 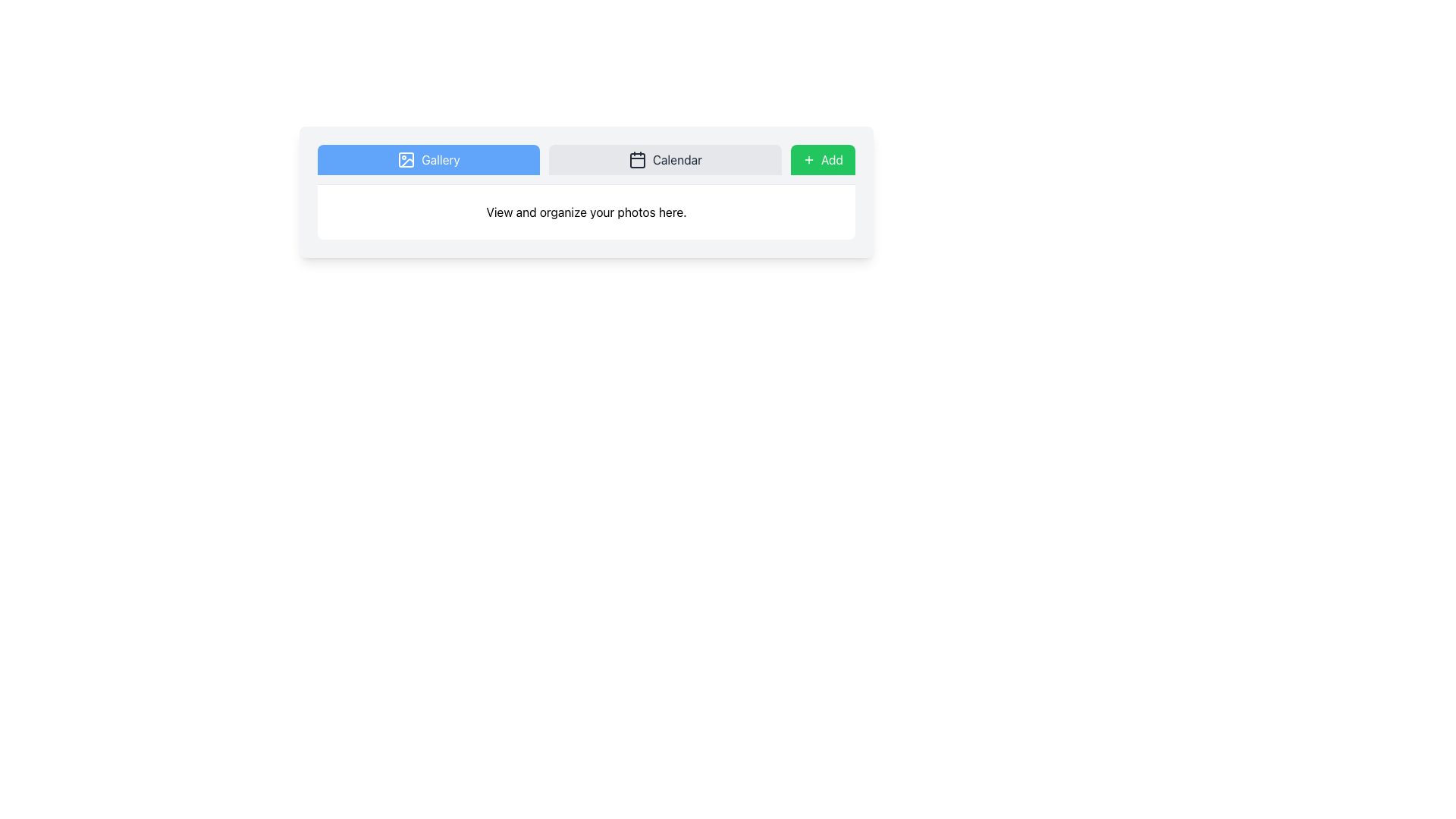 What do you see at coordinates (406, 160) in the screenshot?
I see `the Gallery button which contains a small, rounded rectangle with a light blue stroke, located at the top center of the interface` at bounding box center [406, 160].